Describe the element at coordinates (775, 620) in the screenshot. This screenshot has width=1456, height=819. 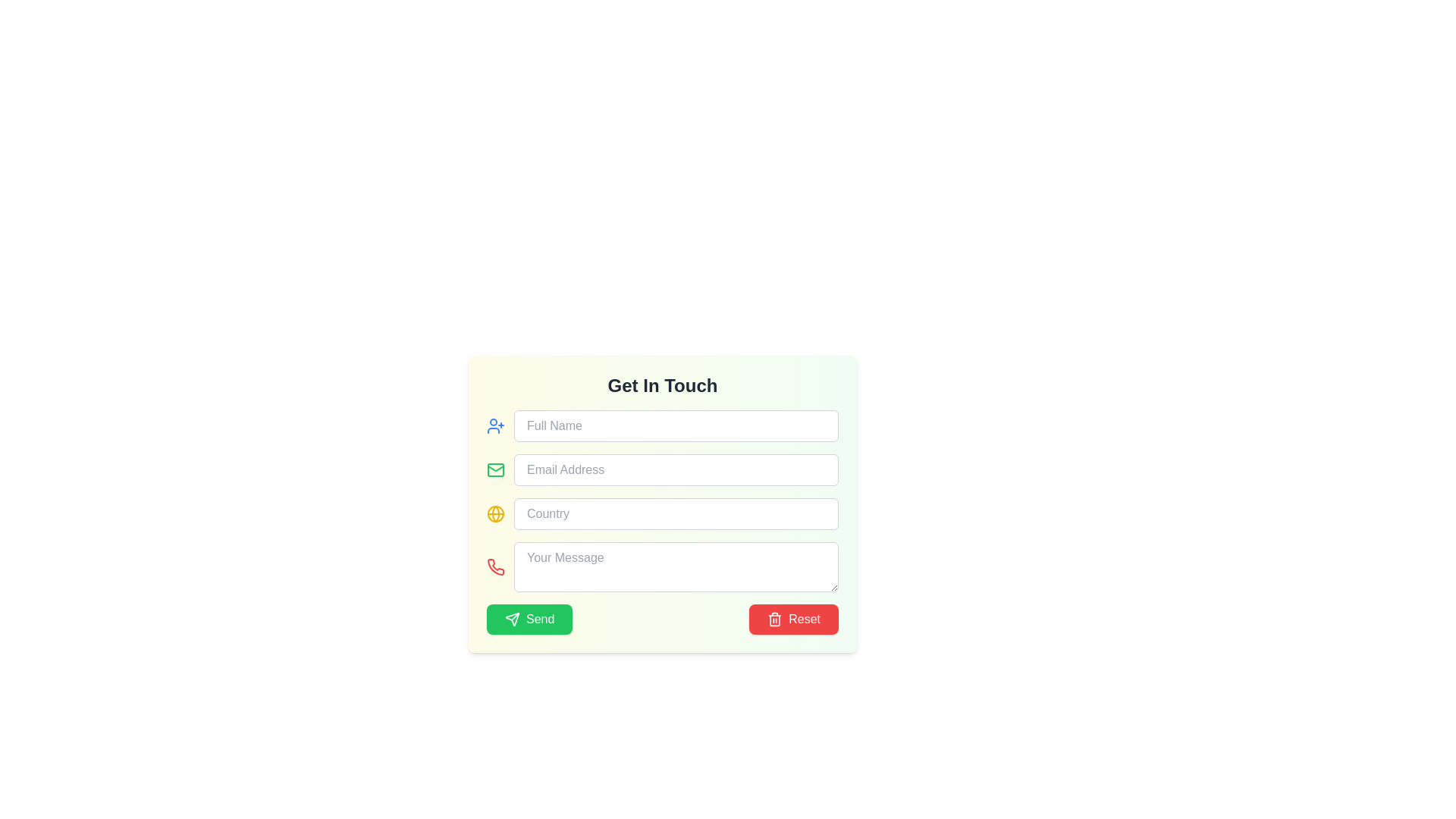
I see `the 'Reset' button icon, which visually represents the 'Reset' action for clearing all input fields in the contact form, located to the right of the 'Send' button` at that location.